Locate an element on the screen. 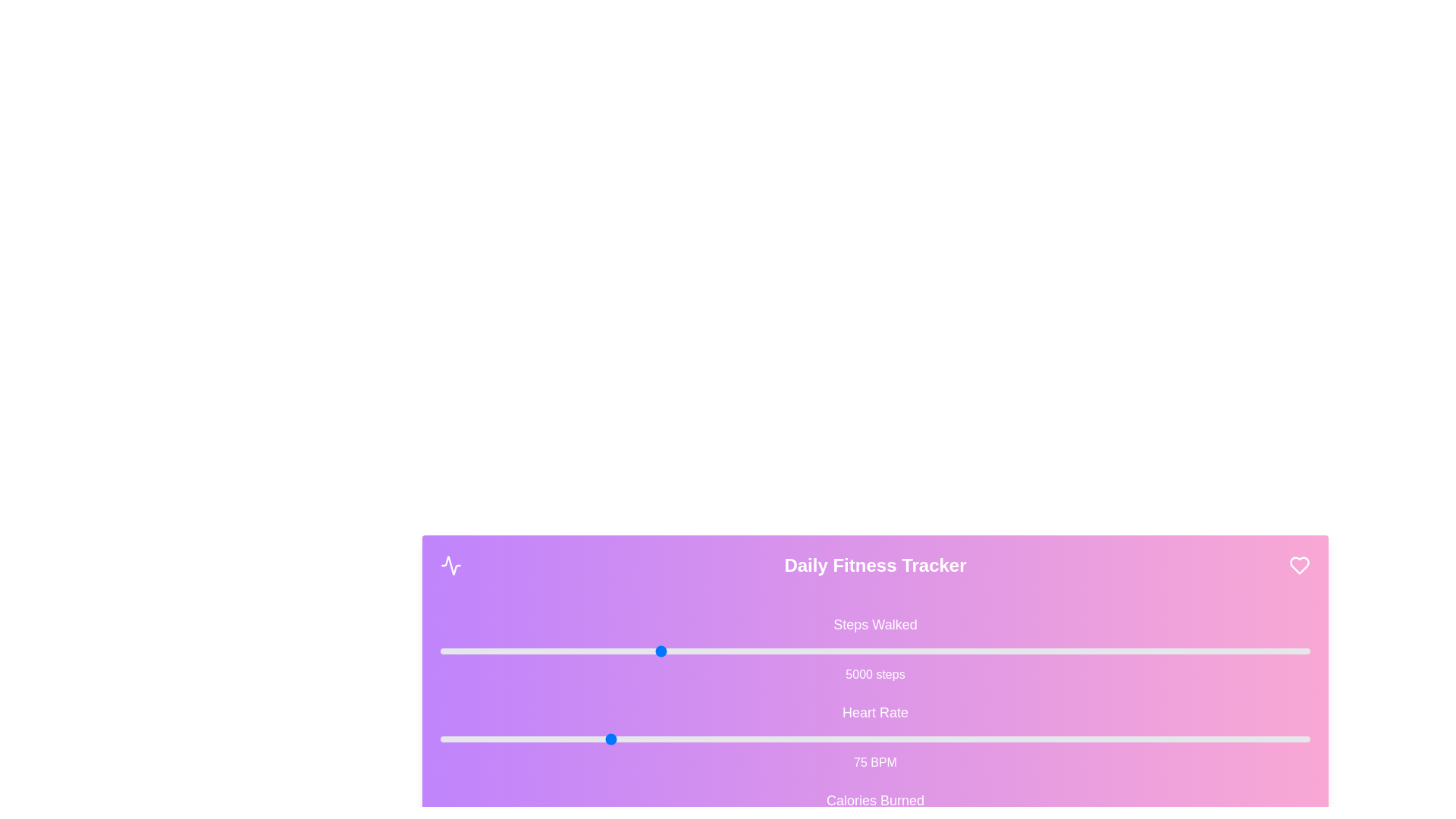  the 'Steps Walked' slider to set its value to 13871 is located at coordinates (1043, 651).